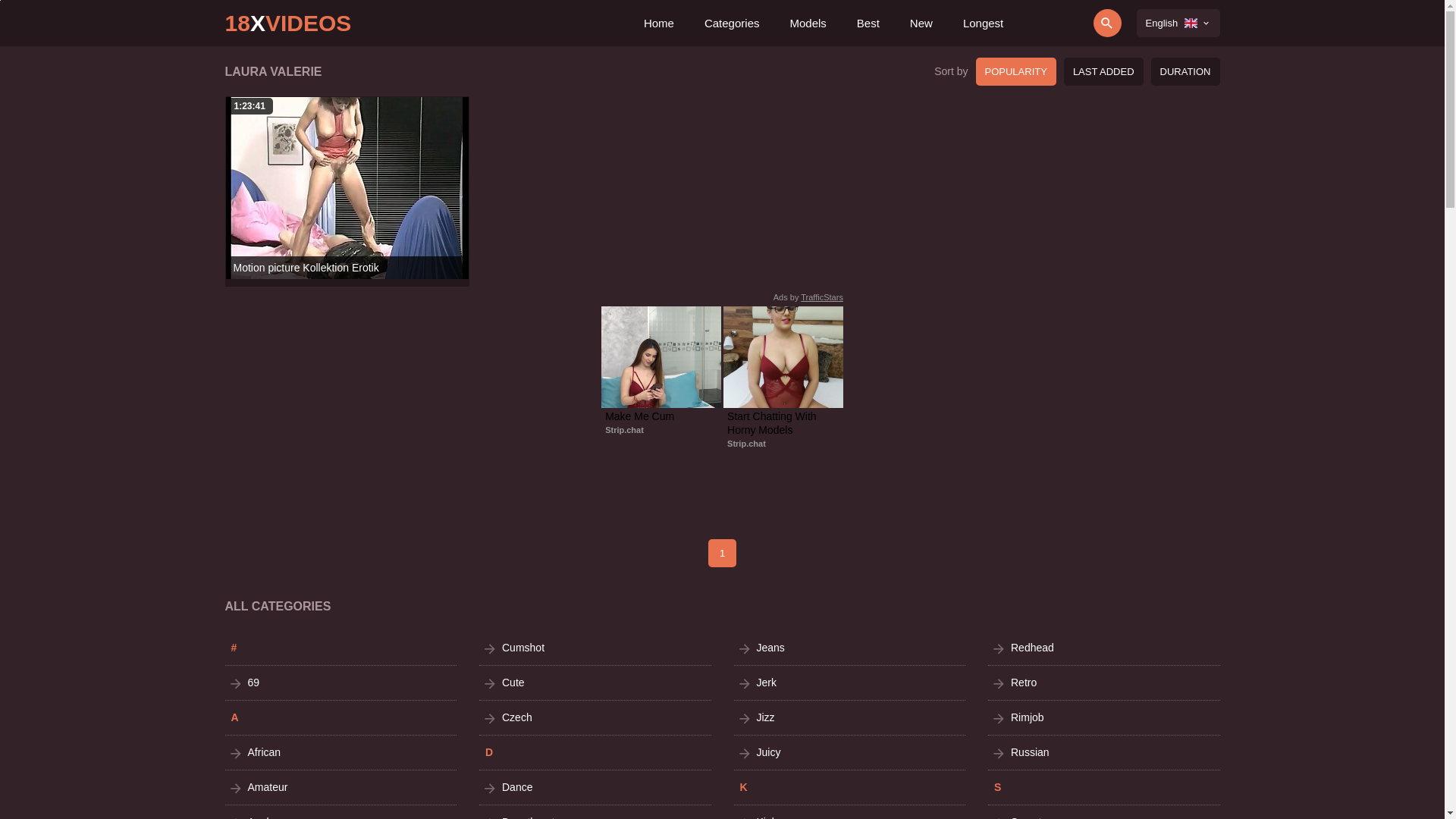  I want to click on 'DURATION', so click(1185, 71).